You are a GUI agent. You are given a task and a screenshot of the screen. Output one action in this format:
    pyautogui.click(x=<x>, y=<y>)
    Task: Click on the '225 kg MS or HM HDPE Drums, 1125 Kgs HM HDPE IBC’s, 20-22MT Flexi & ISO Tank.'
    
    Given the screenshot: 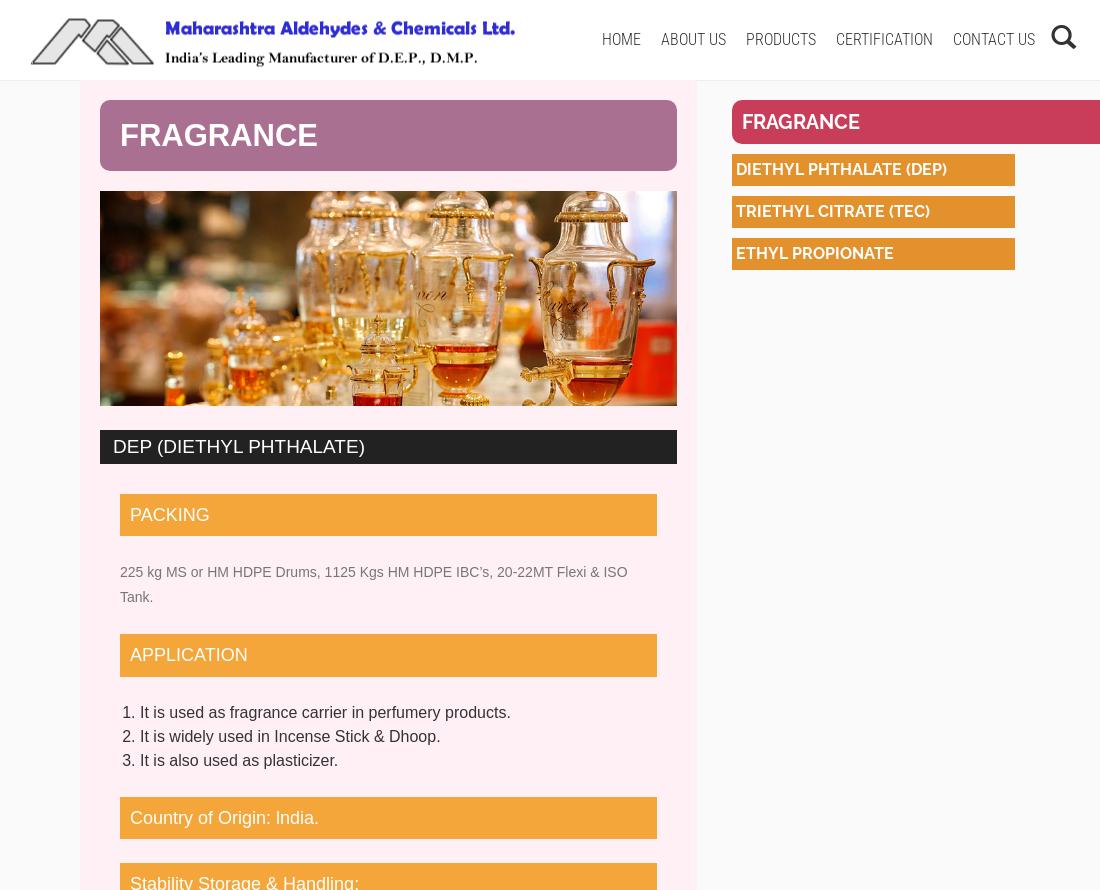 What is the action you would take?
    pyautogui.click(x=373, y=583)
    